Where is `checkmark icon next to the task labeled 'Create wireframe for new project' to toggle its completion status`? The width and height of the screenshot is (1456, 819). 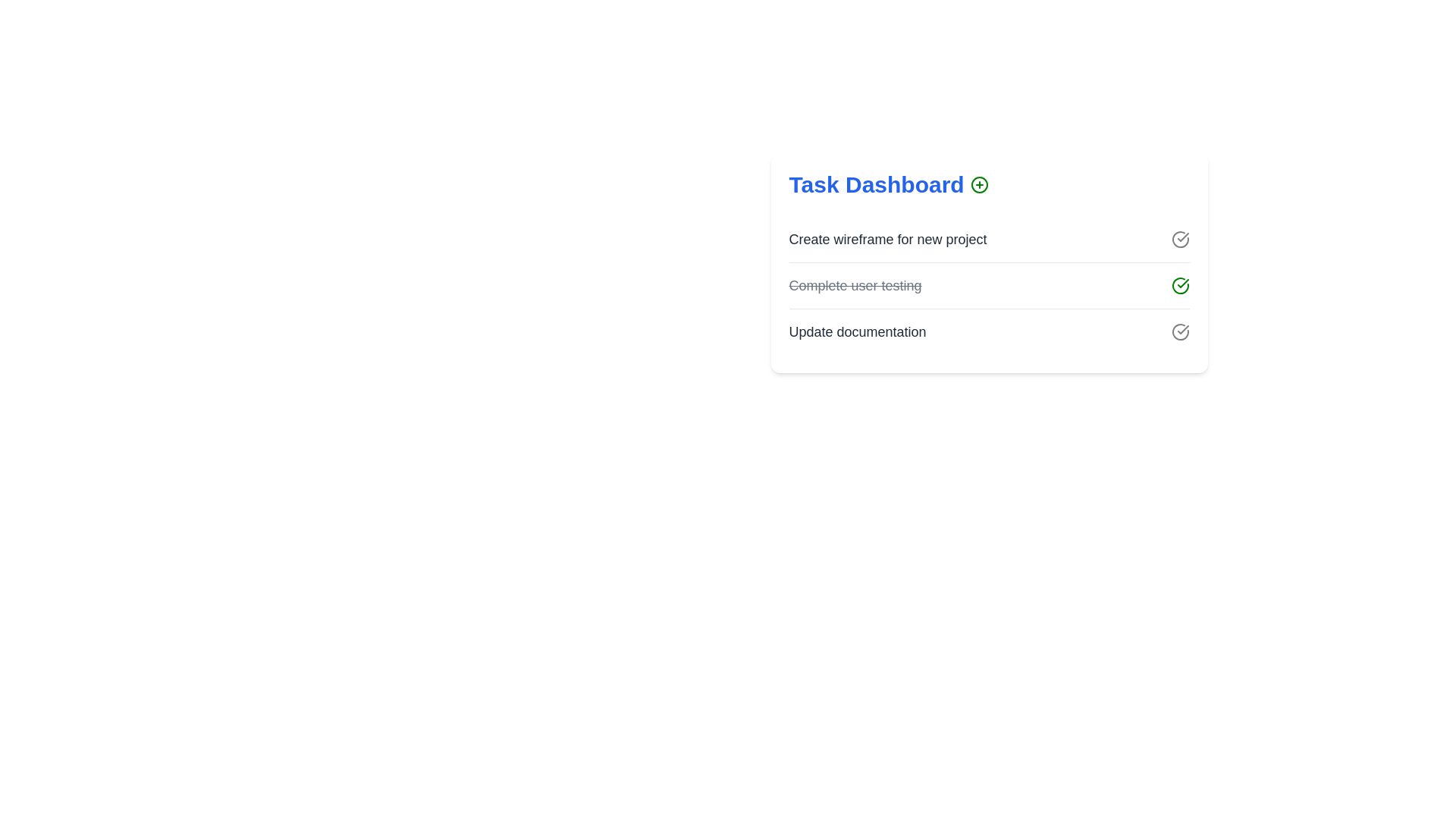 checkmark icon next to the task labeled 'Create wireframe for new project' to toggle its completion status is located at coordinates (1179, 239).